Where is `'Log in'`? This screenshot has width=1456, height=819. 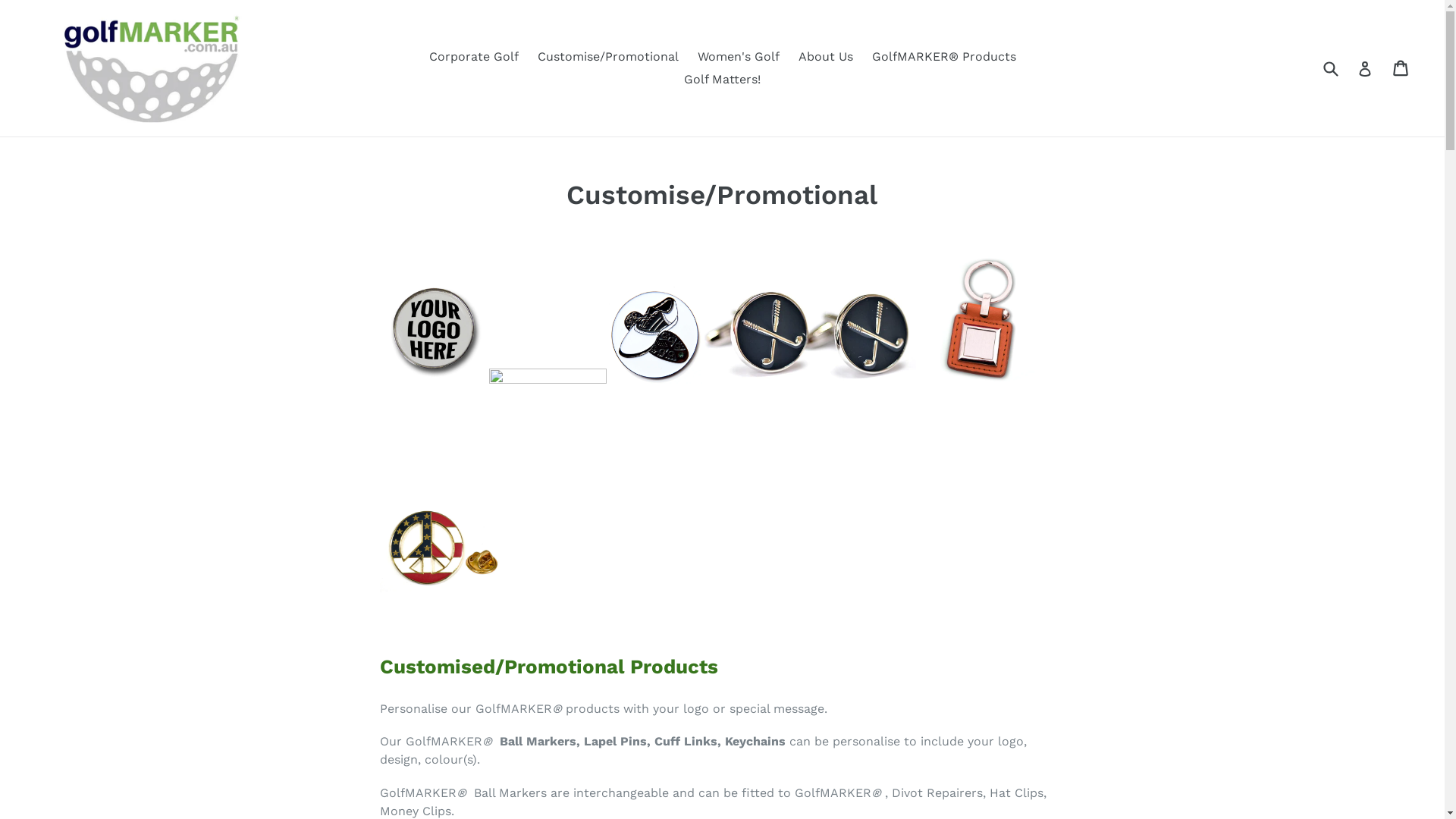
'Log in' is located at coordinates (1365, 67).